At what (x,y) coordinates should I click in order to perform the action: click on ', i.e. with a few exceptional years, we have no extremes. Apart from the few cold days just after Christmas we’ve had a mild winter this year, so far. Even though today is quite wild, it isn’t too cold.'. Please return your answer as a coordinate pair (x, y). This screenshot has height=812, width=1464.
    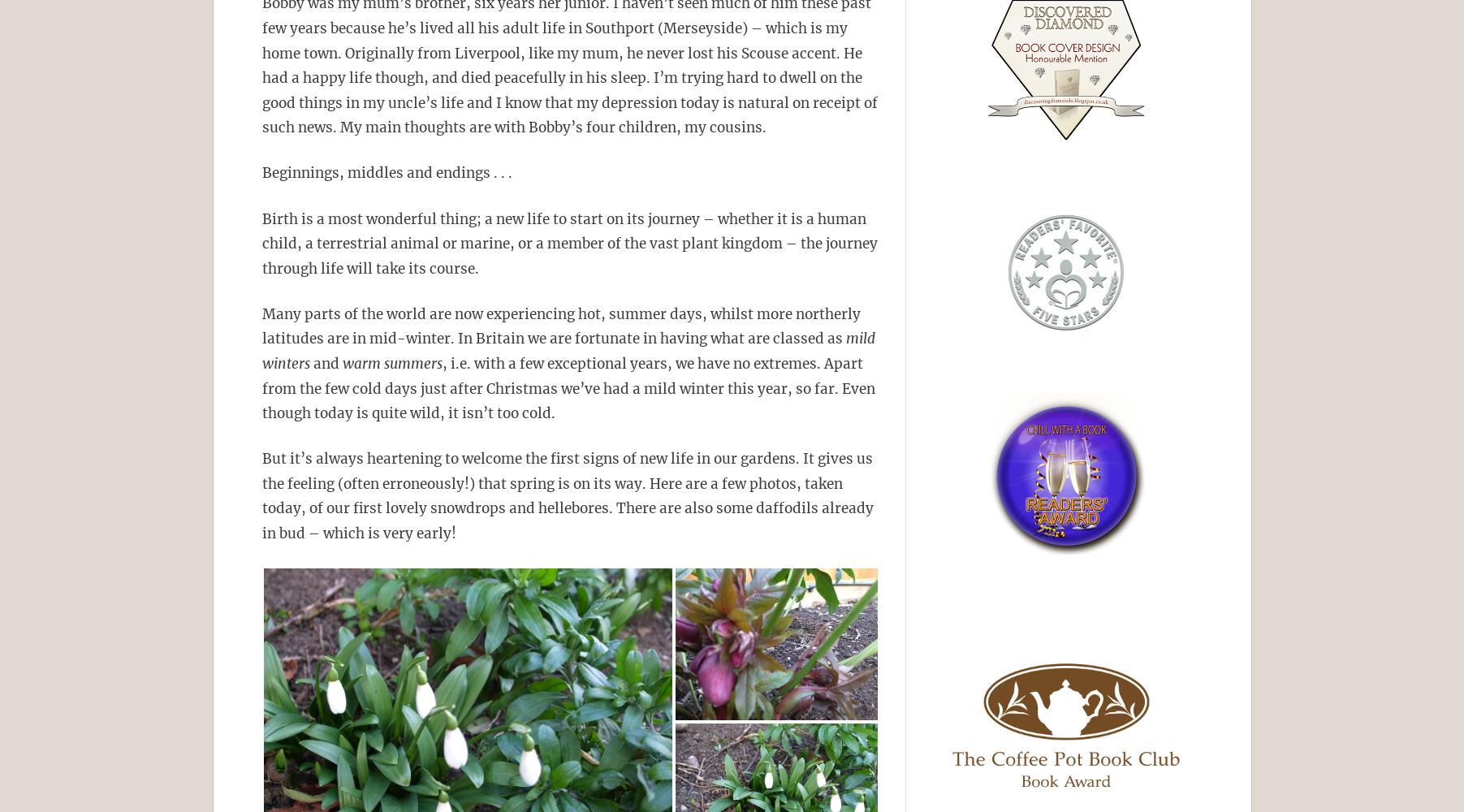
    Looking at the image, I should click on (567, 387).